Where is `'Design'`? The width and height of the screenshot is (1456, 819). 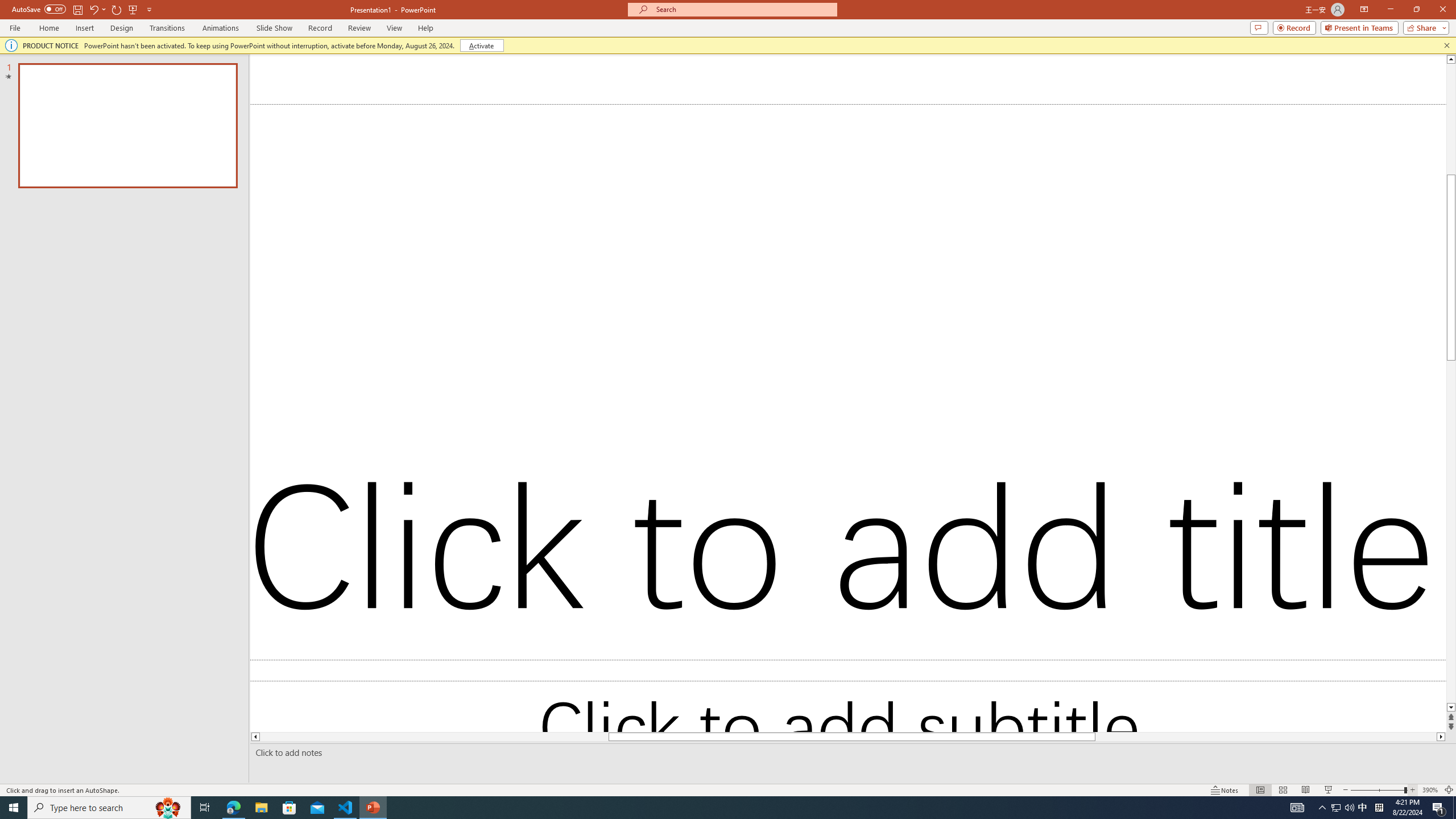 'Design' is located at coordinates (122, 28).